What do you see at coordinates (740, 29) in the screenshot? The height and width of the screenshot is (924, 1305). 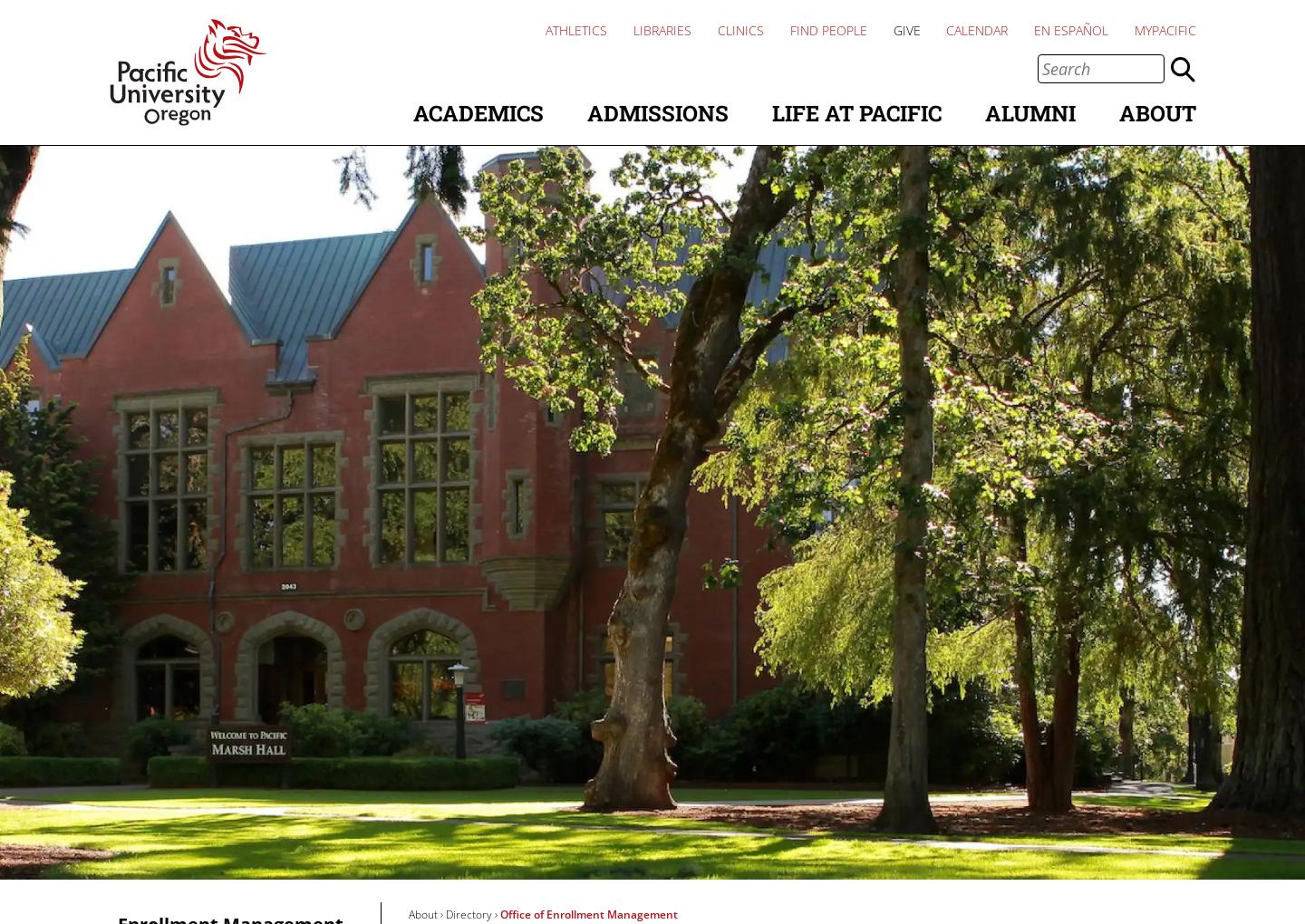 I see `'Clinics'` at bounding box center [740, 29].